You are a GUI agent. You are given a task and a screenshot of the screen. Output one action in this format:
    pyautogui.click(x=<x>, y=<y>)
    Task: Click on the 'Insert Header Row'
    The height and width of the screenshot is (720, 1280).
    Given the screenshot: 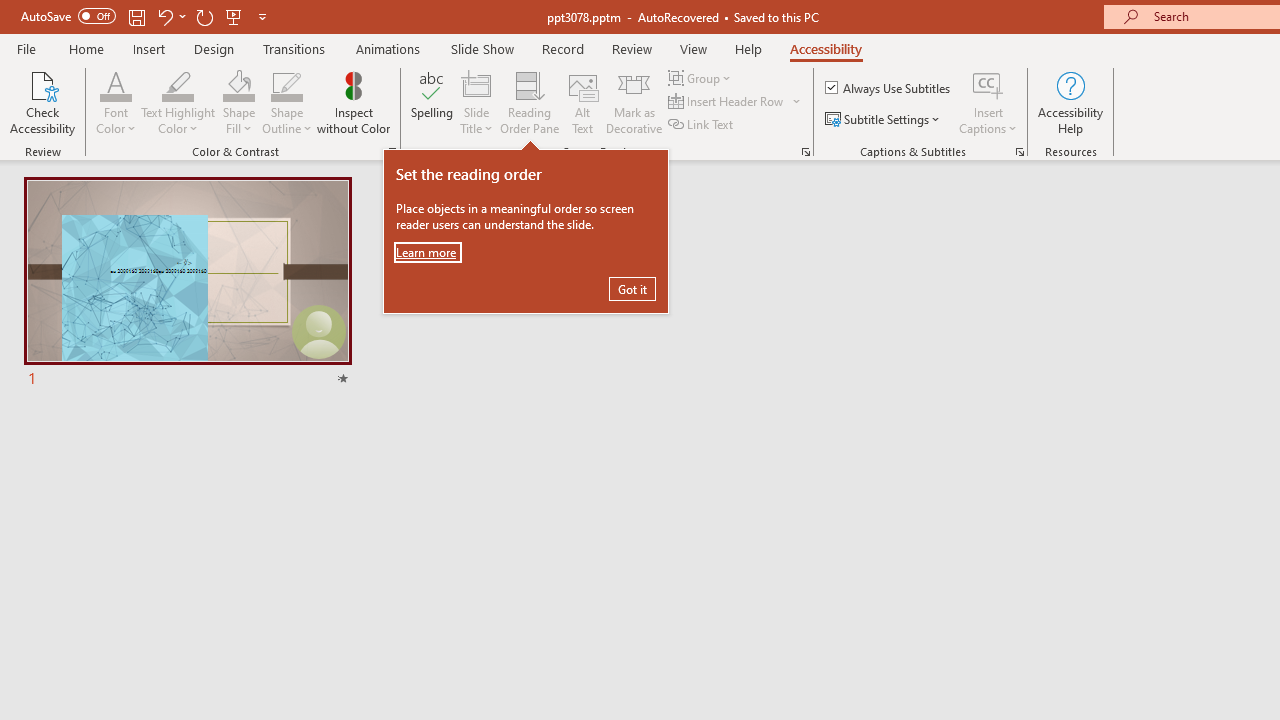 What is the action you would take?
    pyautogui.click(x=726, y=101)
    